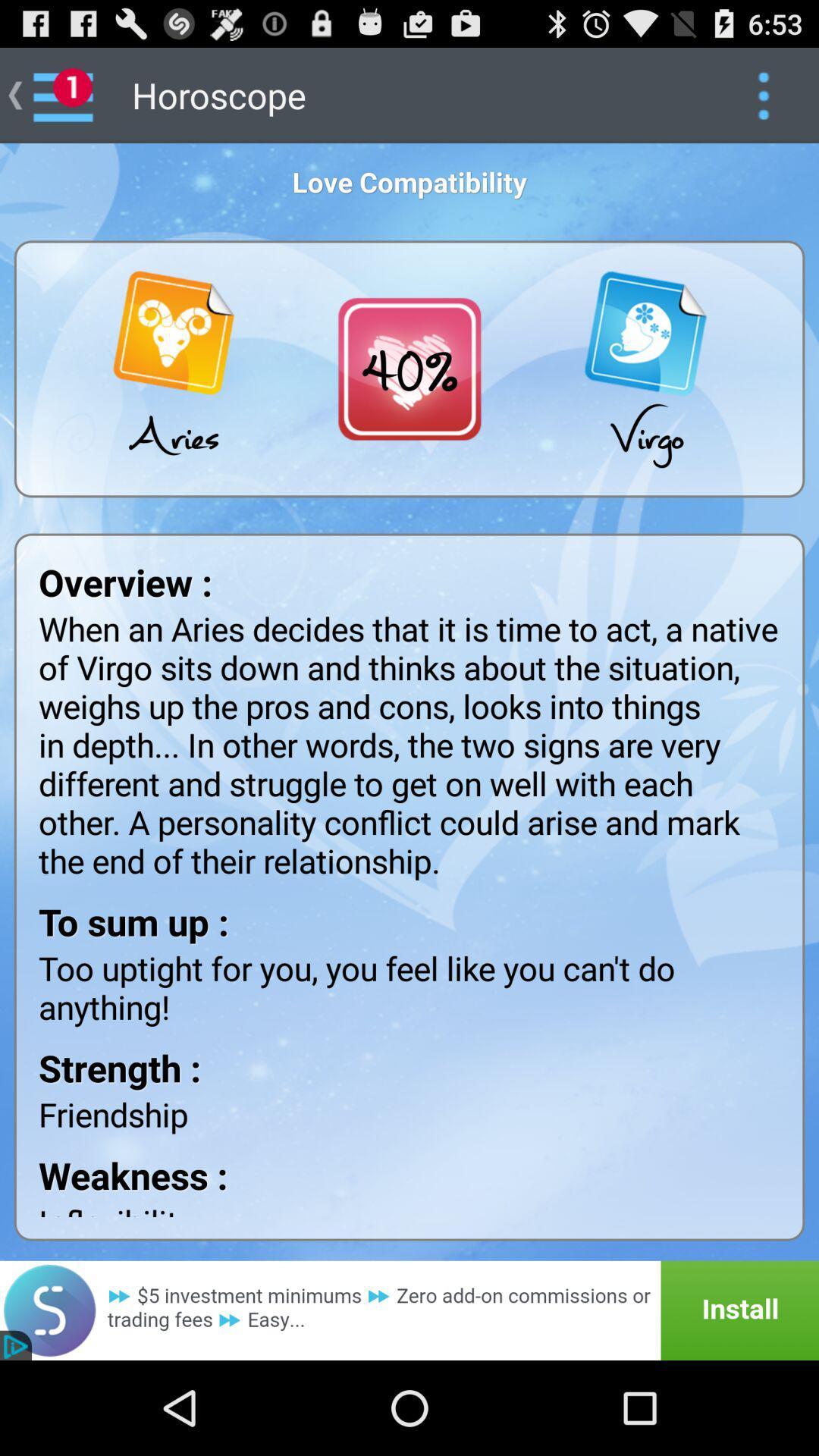  Describe the element at coordinates (763, 94) in the screenshot. I see `the item next to the horoscope icon` at that location.